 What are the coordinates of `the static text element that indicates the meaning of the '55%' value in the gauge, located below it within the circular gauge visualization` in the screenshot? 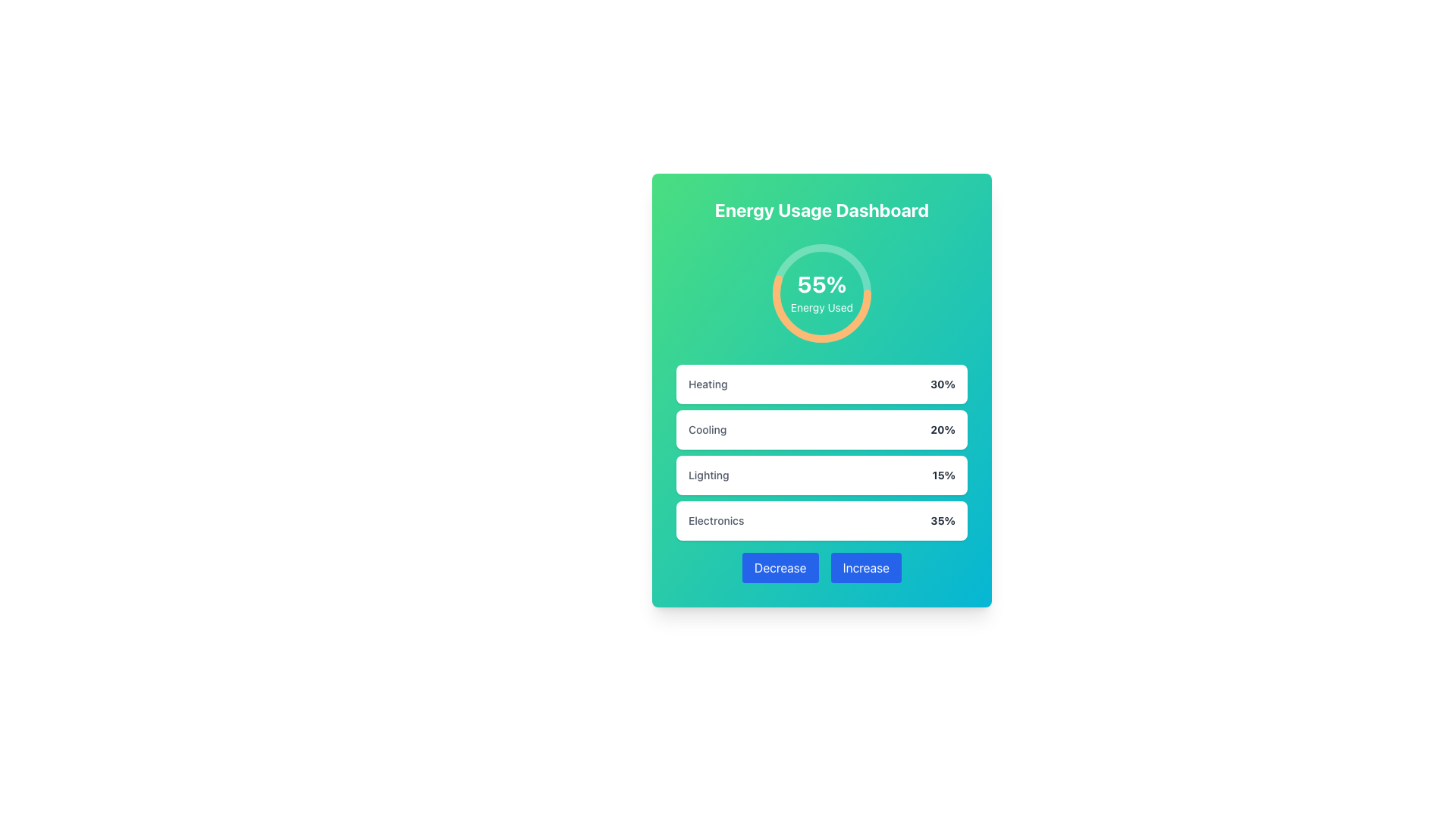 It's located at (821, 307).